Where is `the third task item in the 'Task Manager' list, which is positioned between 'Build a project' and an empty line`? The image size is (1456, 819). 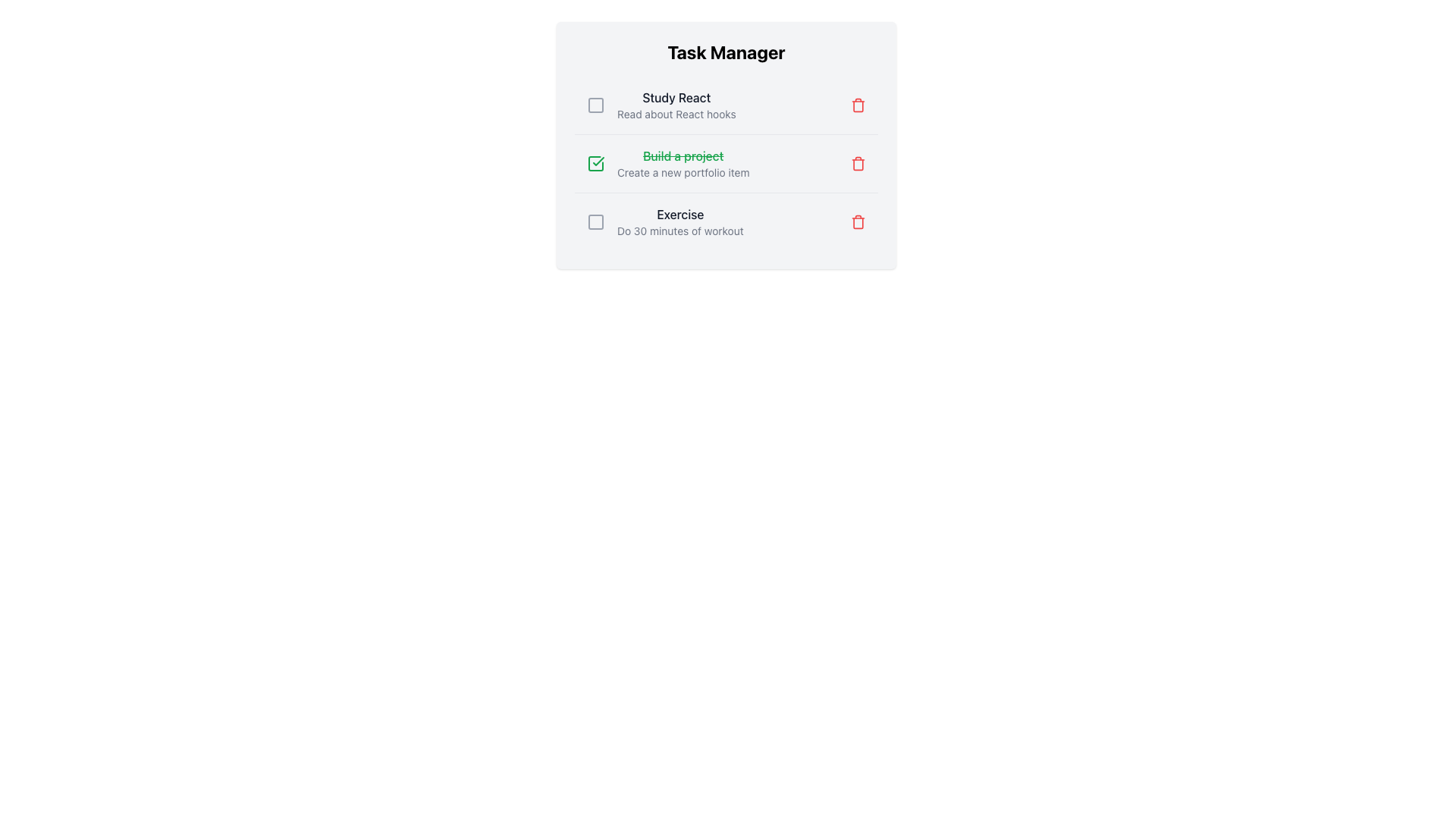 the third task item in the 'Task Manager' list, which is positioned between 'Build a project' and an empty line is located at coordinates (665, 222).